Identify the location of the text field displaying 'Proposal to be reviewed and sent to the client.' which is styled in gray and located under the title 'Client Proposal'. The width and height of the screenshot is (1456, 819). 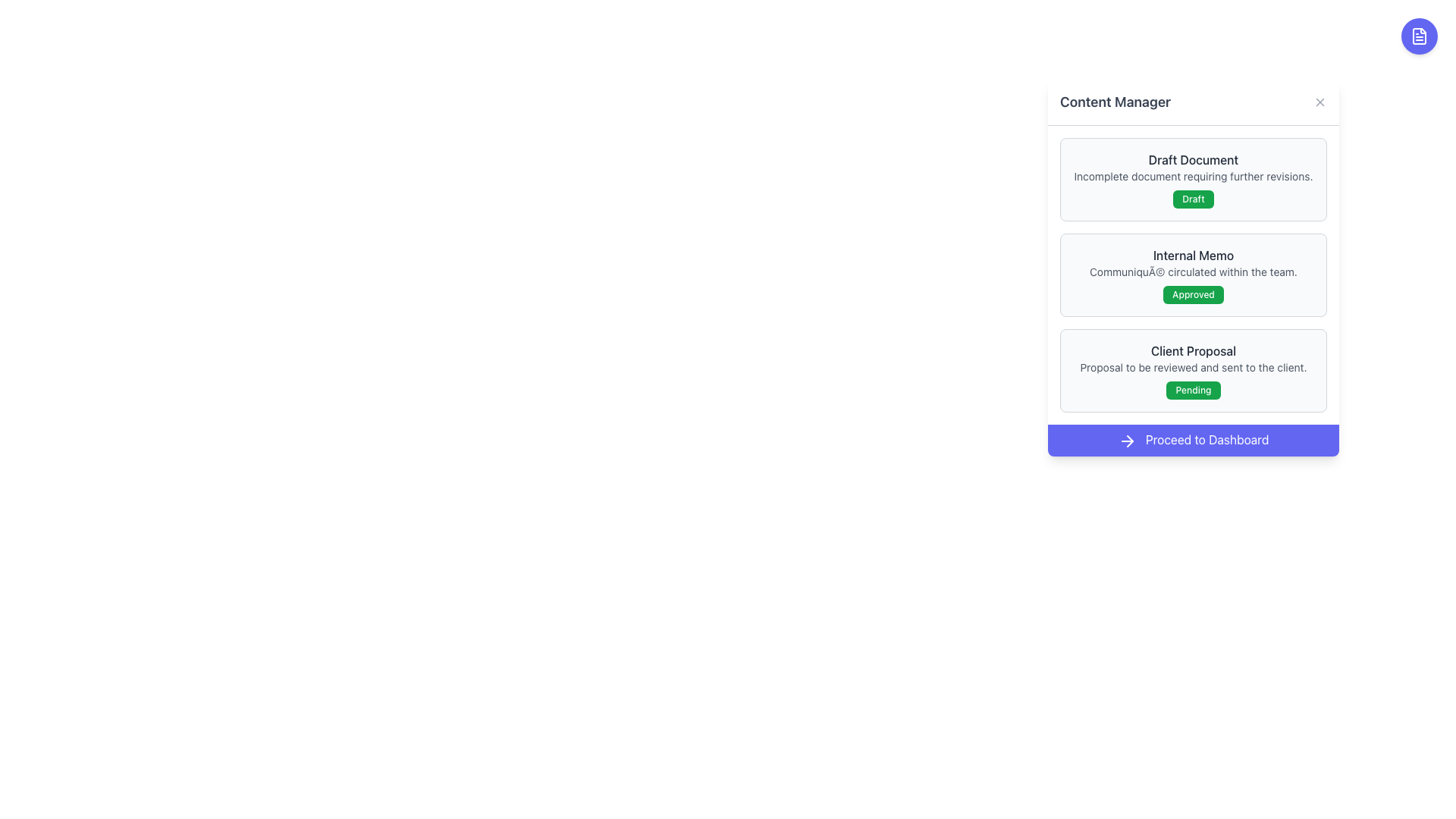
(1193, 368).